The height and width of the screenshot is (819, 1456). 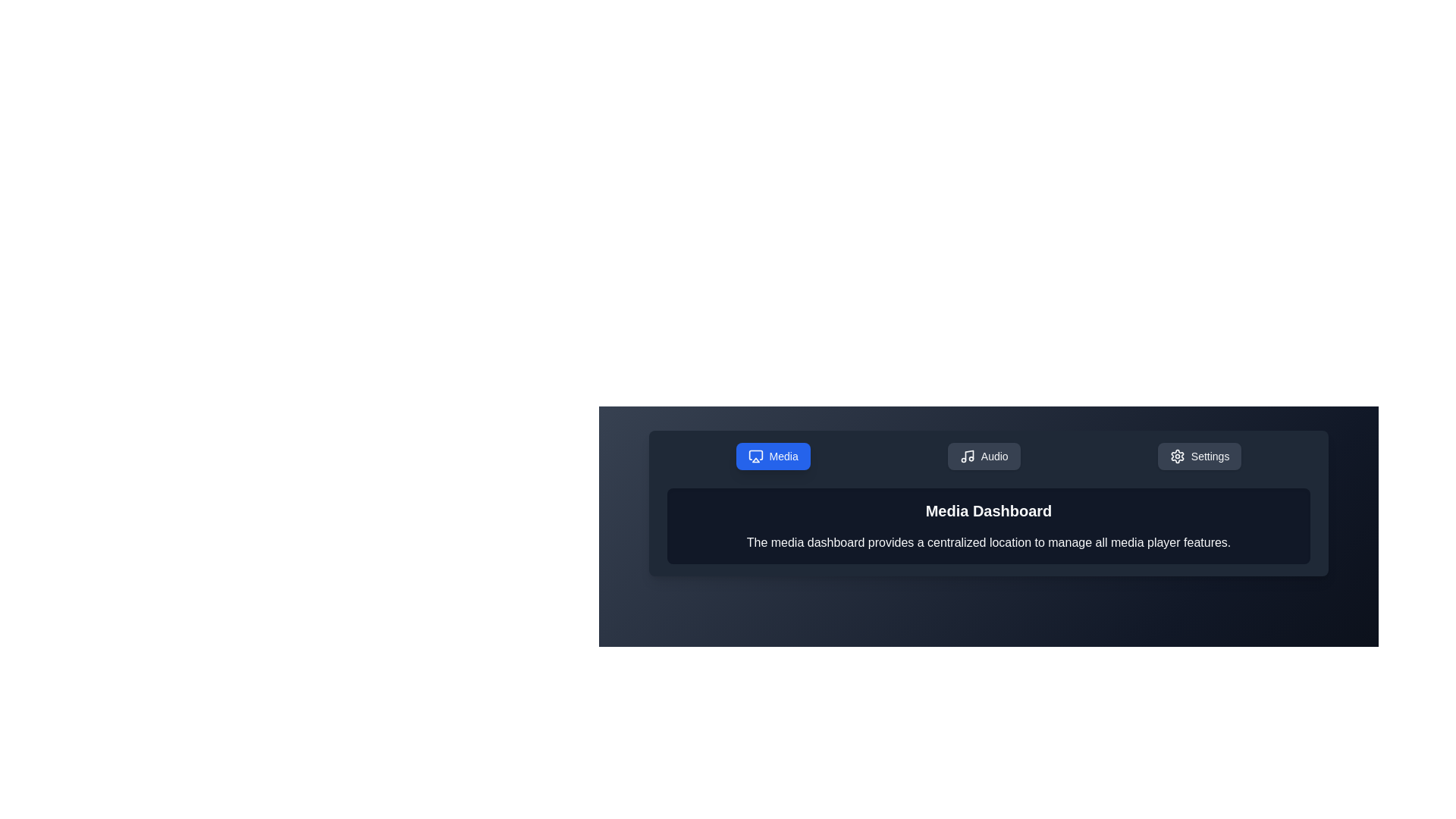 What do you see at coordinates (984, 455) in the screenshot?
I see `the audio-related button that is positioned to the right of the 'Media' button and to the left of the 'Settings' button` at bounding box center [984, 455].